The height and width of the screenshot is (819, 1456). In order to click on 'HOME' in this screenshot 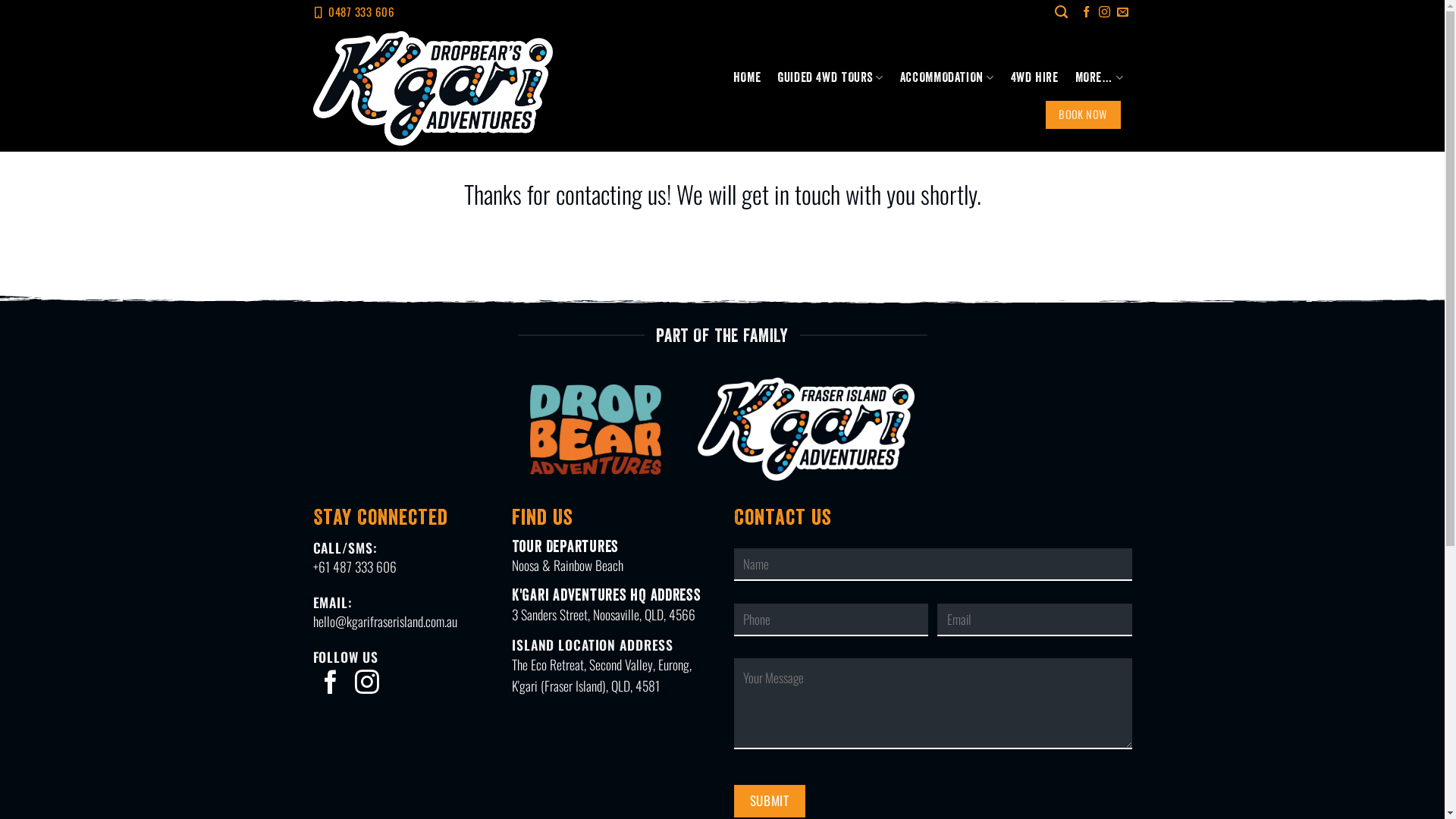, I will do `click(746, 77)`.